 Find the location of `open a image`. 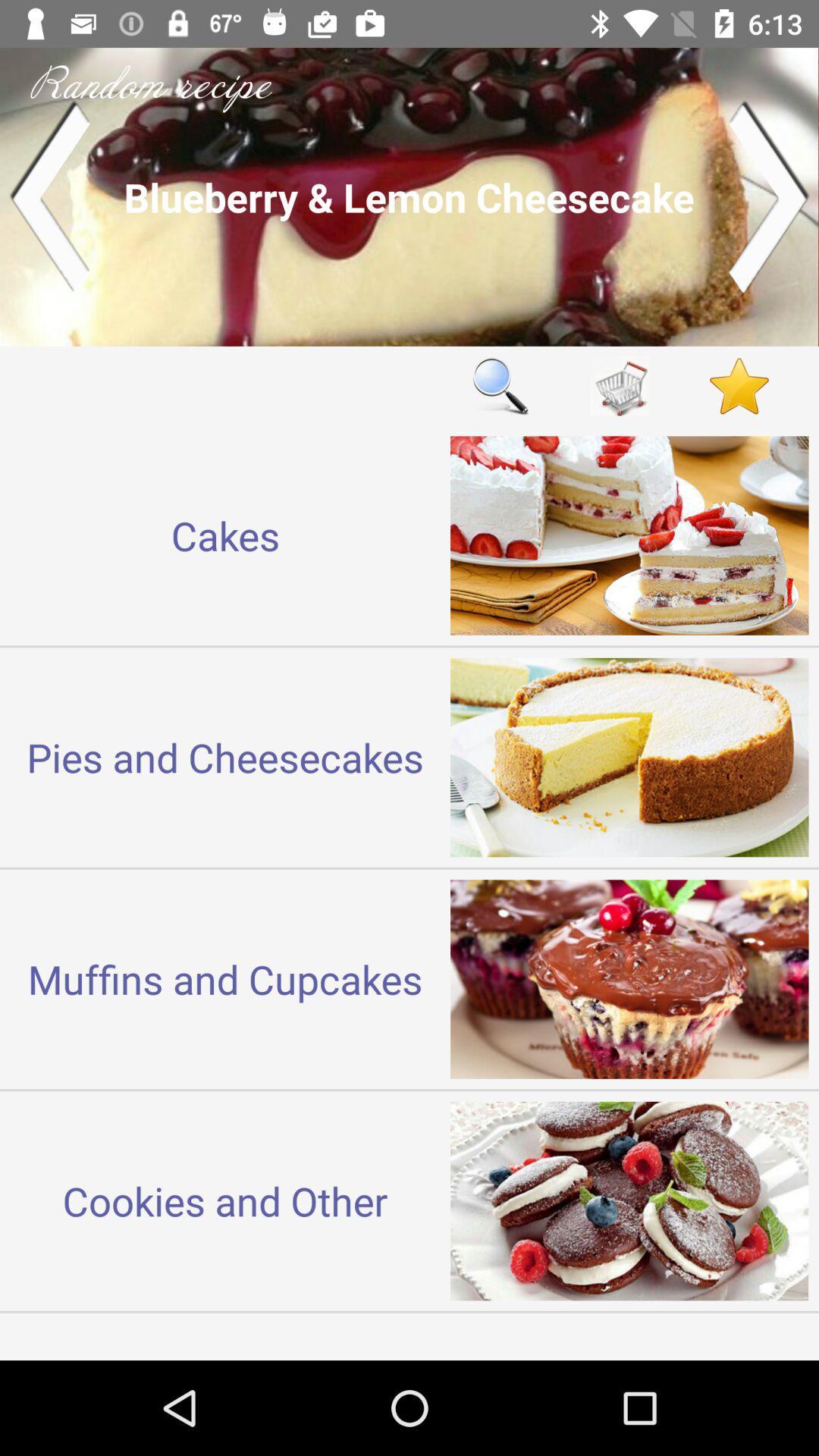

open a image is located at coordinates (409, 196).